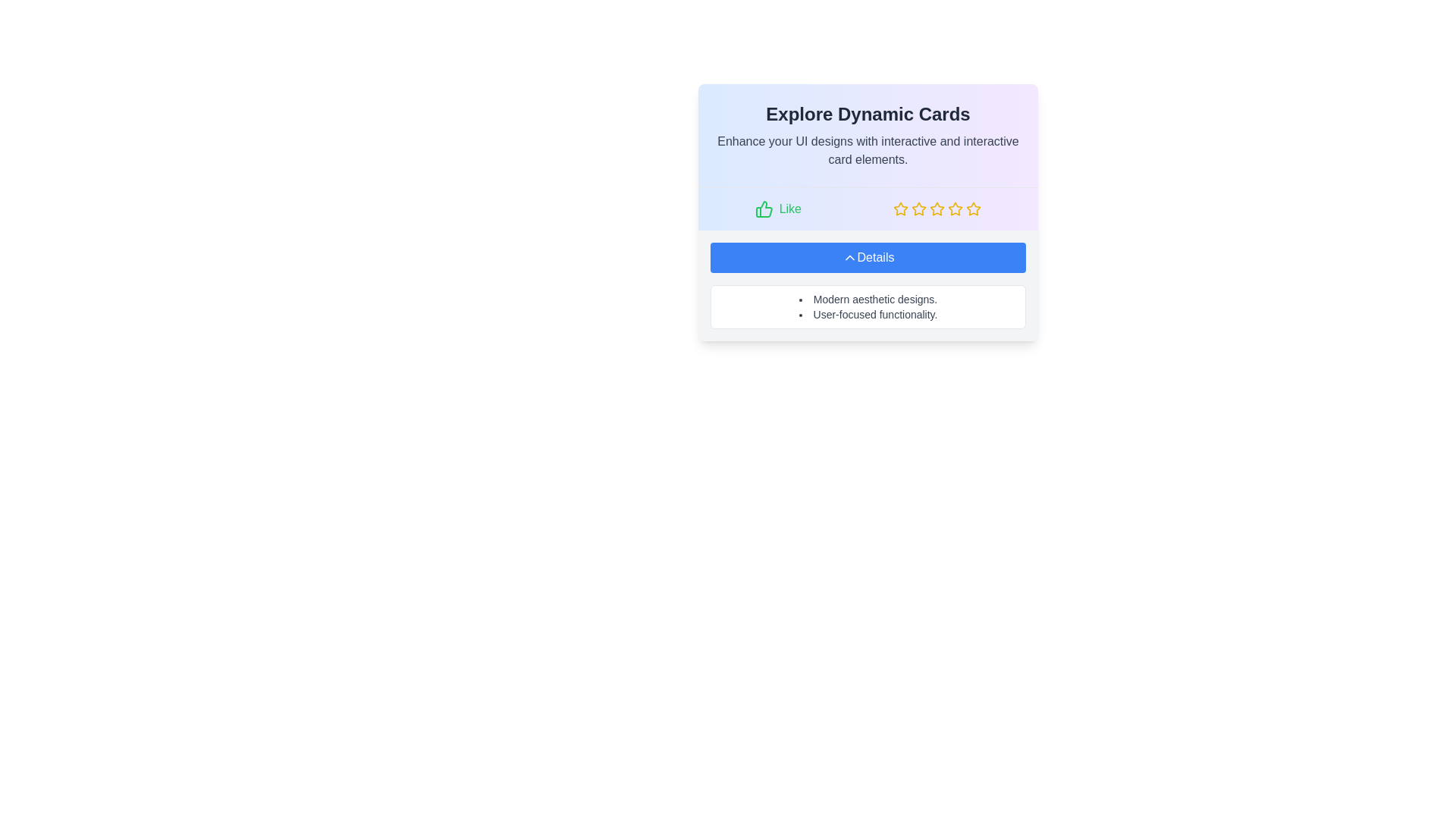 This screenshot has height=819, width=1456. I want to click on the second list item displaying 'User-focused functionality.' which is styled in gray and prefixed by a bullet point, located below the 'Details' button, so click(868, 314).